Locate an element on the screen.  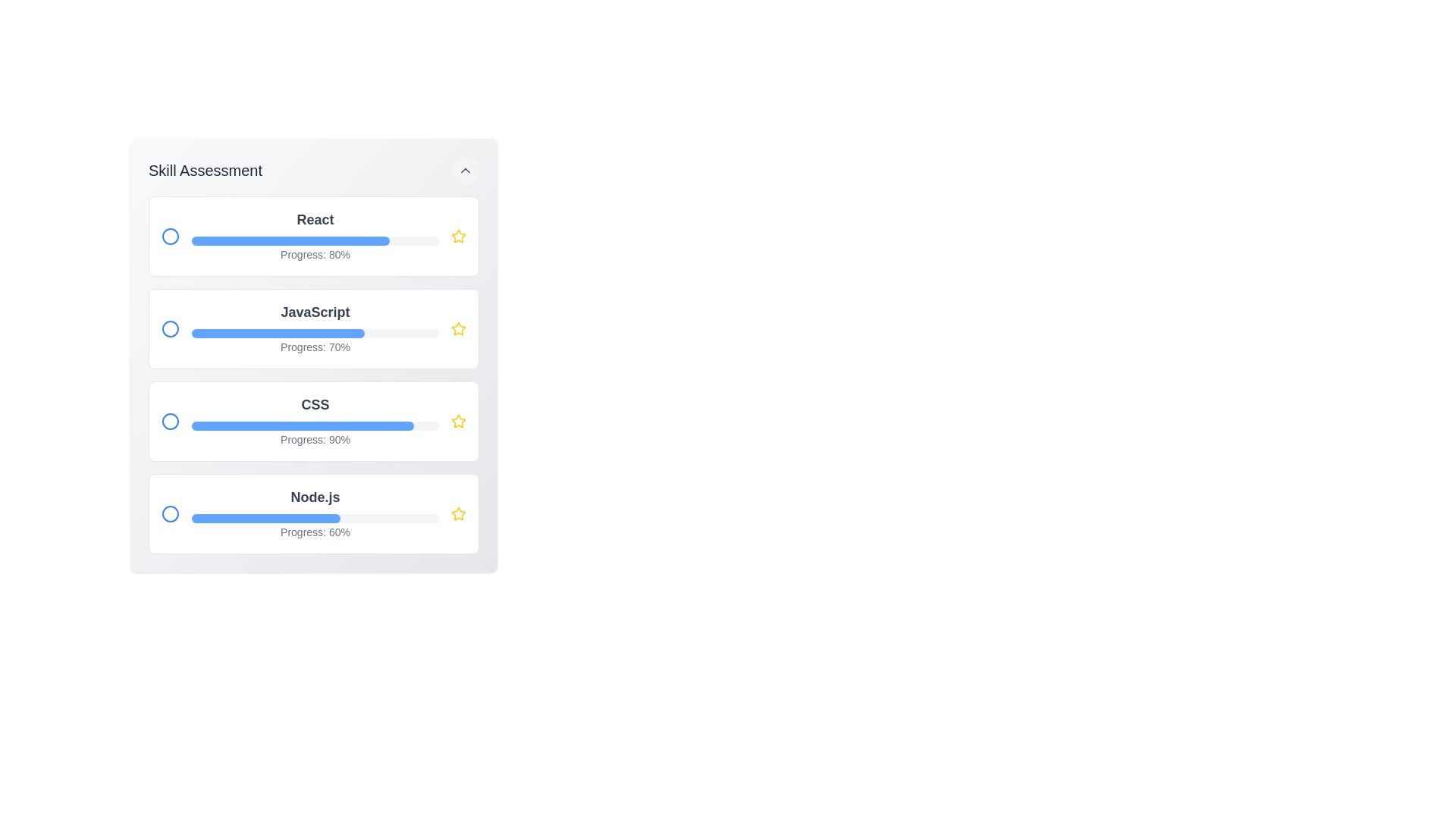
the skill item corresponding to CSS is located at coordinates (312, 421).